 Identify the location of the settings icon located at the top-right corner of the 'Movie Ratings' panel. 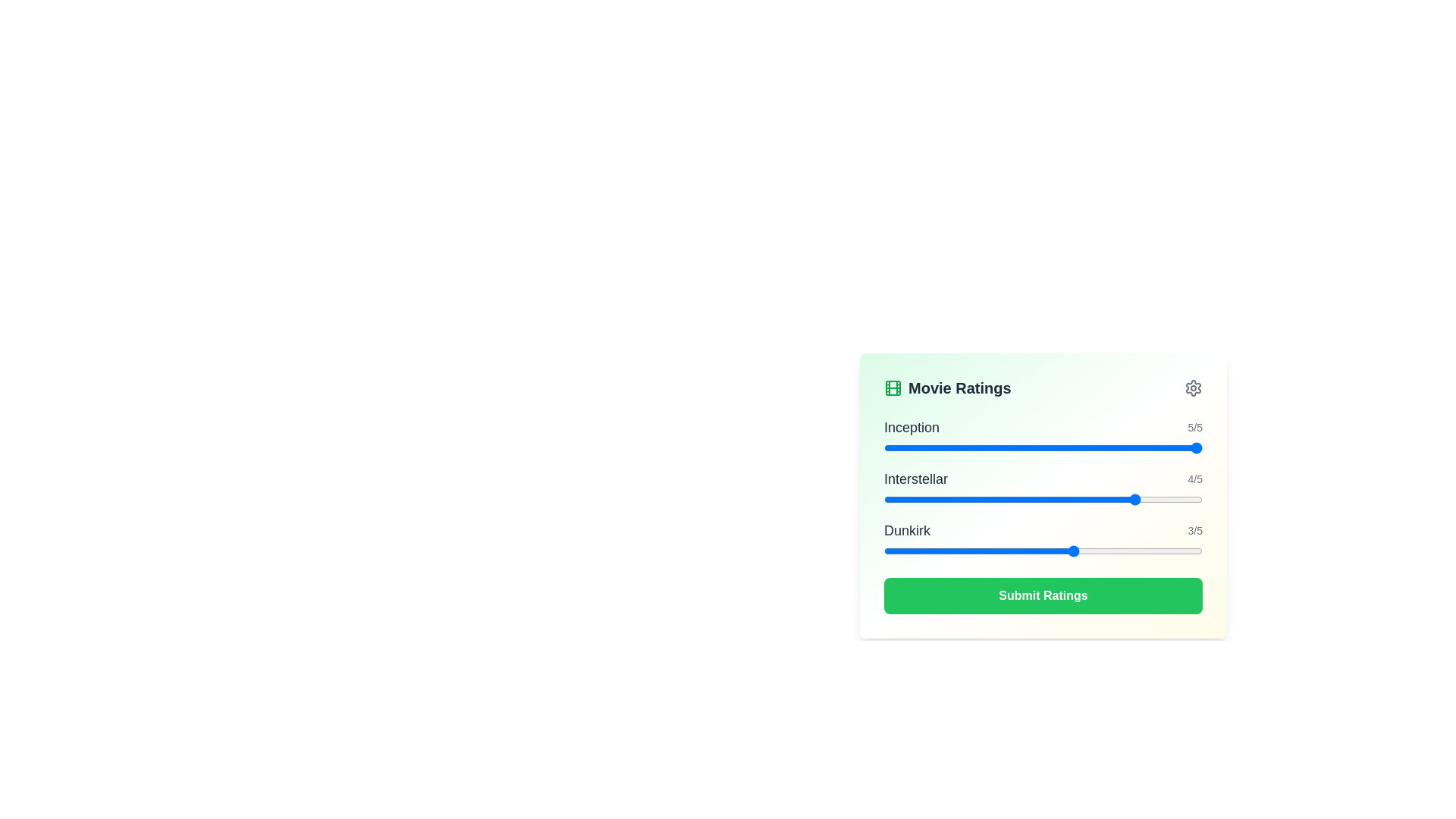
(1193, 388).